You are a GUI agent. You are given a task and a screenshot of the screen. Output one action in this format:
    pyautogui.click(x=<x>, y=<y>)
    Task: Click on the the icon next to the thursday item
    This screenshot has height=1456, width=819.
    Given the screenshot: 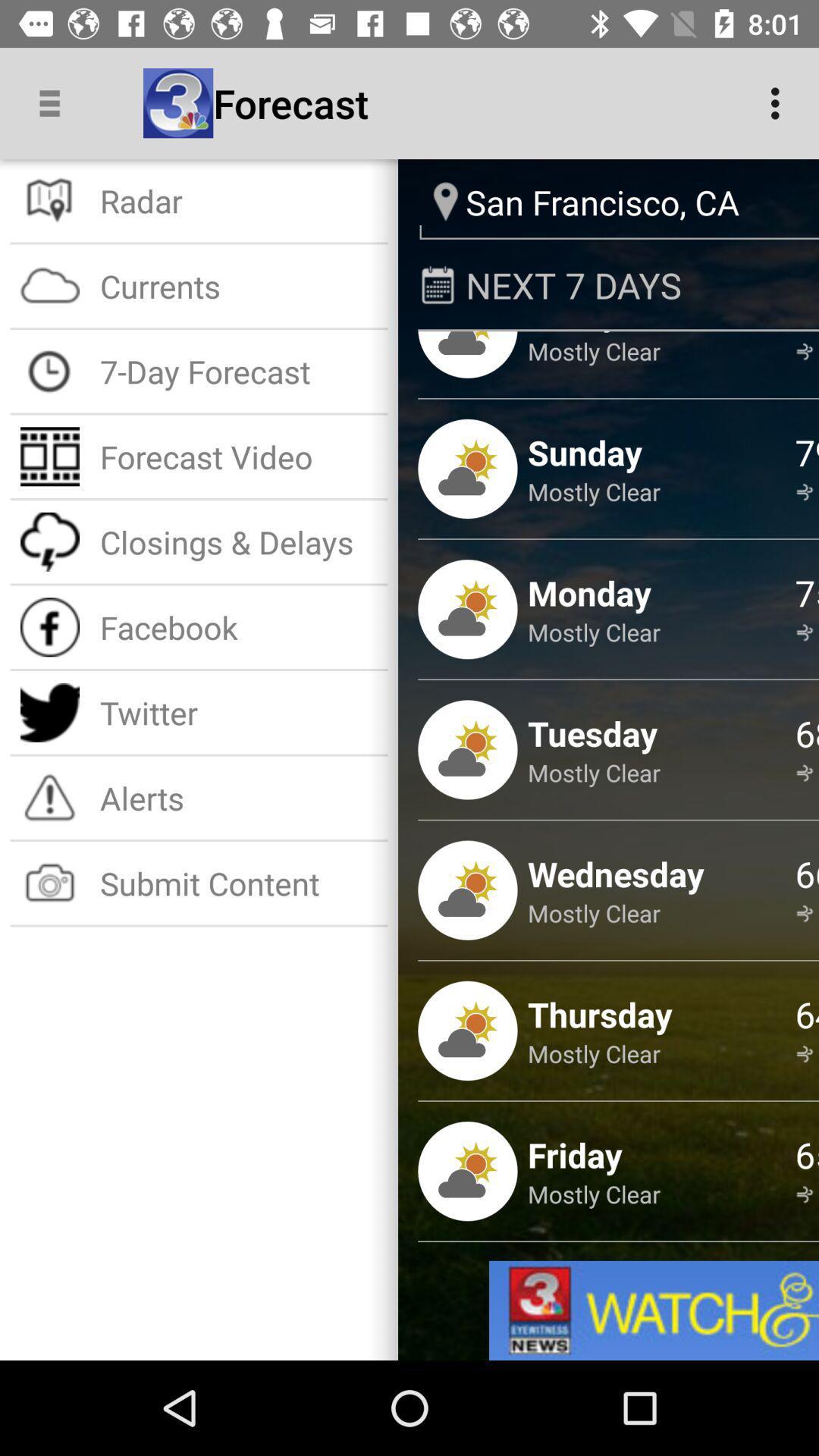 What is the action you would take?
    pyautogui.click(x=806, y=1053)
    